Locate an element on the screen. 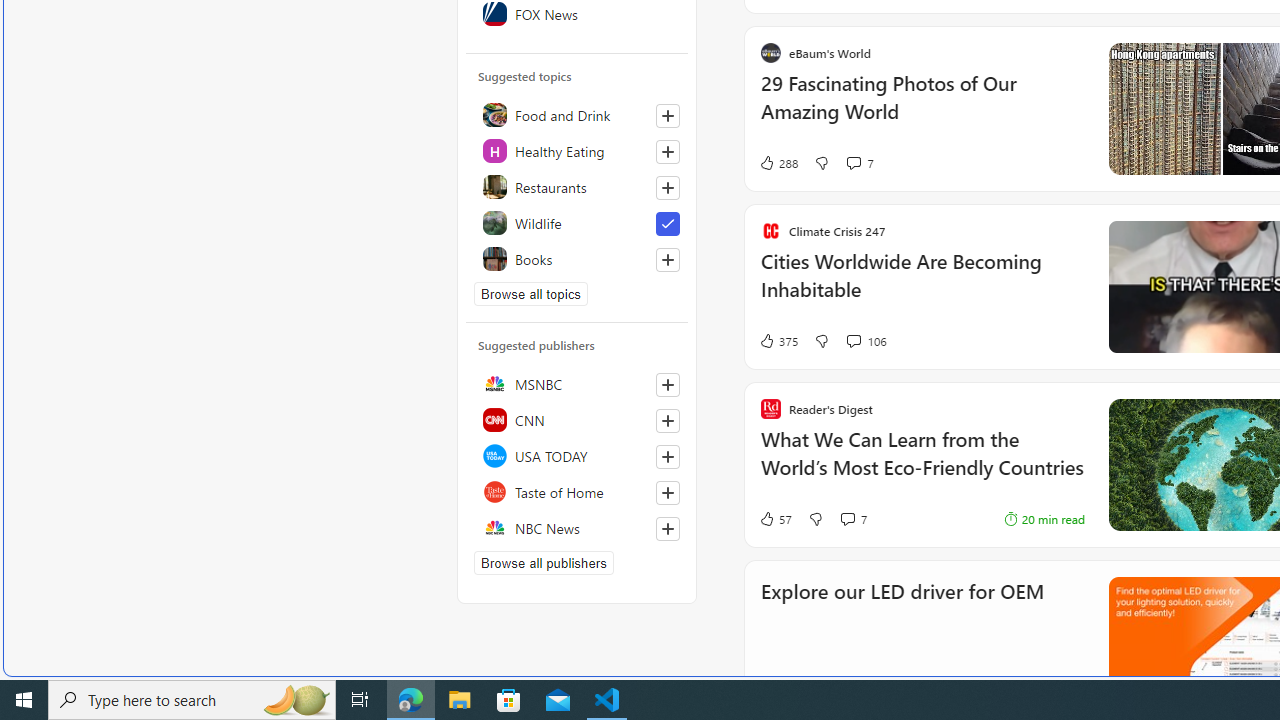 This screenshot has height=720, width=1280. '375 Like' is located at coordinates (777, 339).